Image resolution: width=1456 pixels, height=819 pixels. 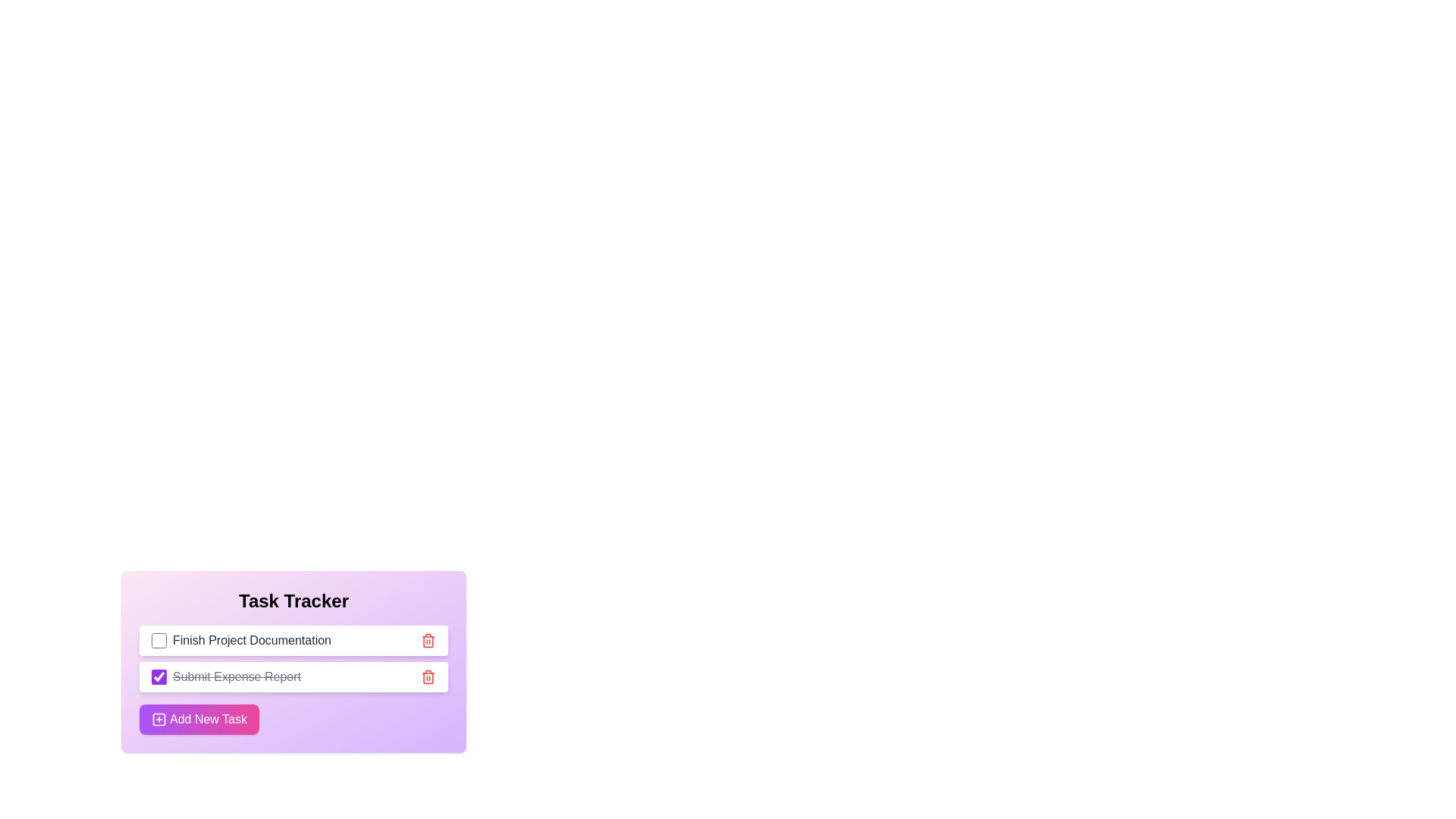 What do you see at coordinates (225, 676) in the screenshot?
I see `the details of the completed task displayed by the text label located in the task-tracking application, positioned between 'Finish Project Documentation' and the red delete button` at bounding box center [225, 676].